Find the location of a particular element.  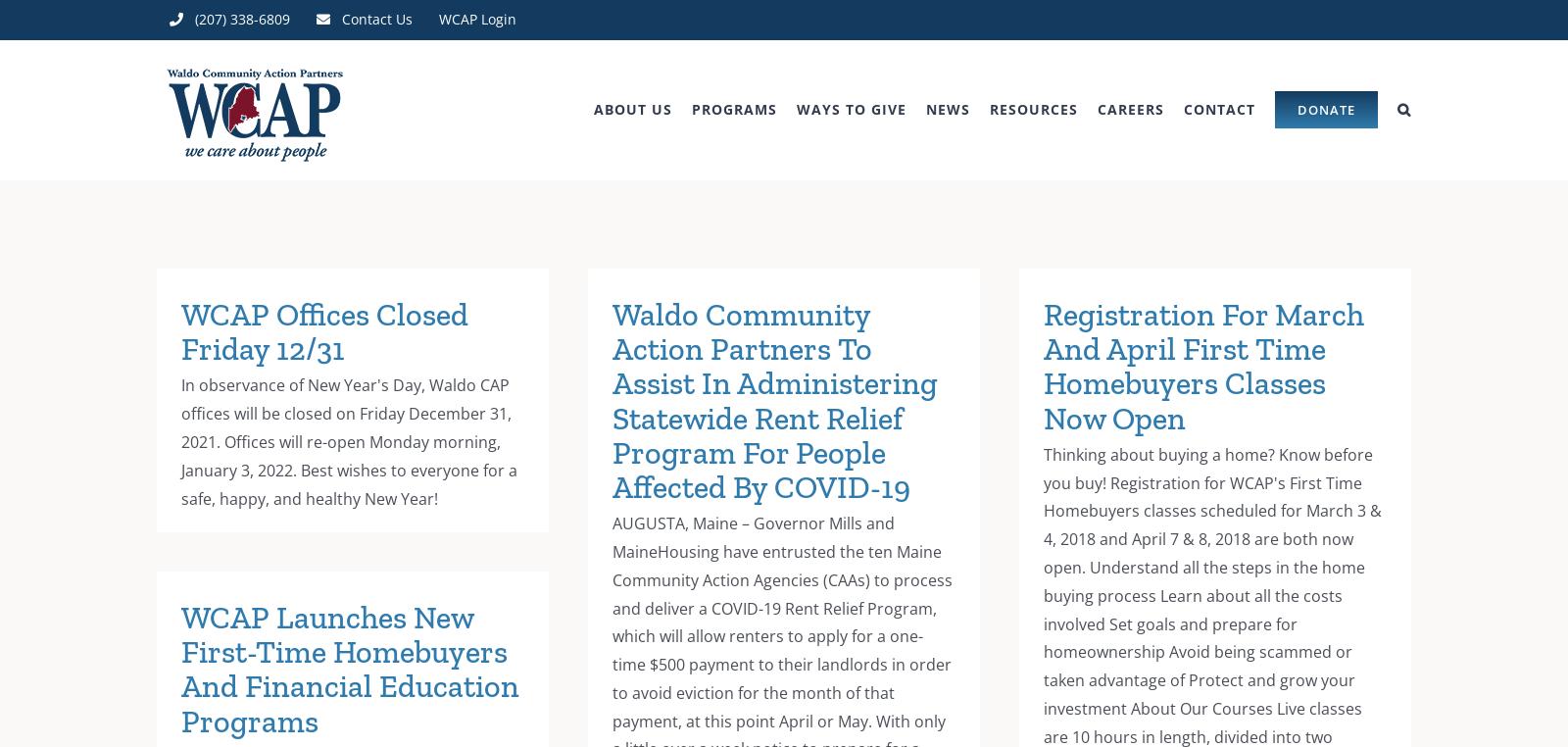

'Community Services' is located at coordinates (939, 642).